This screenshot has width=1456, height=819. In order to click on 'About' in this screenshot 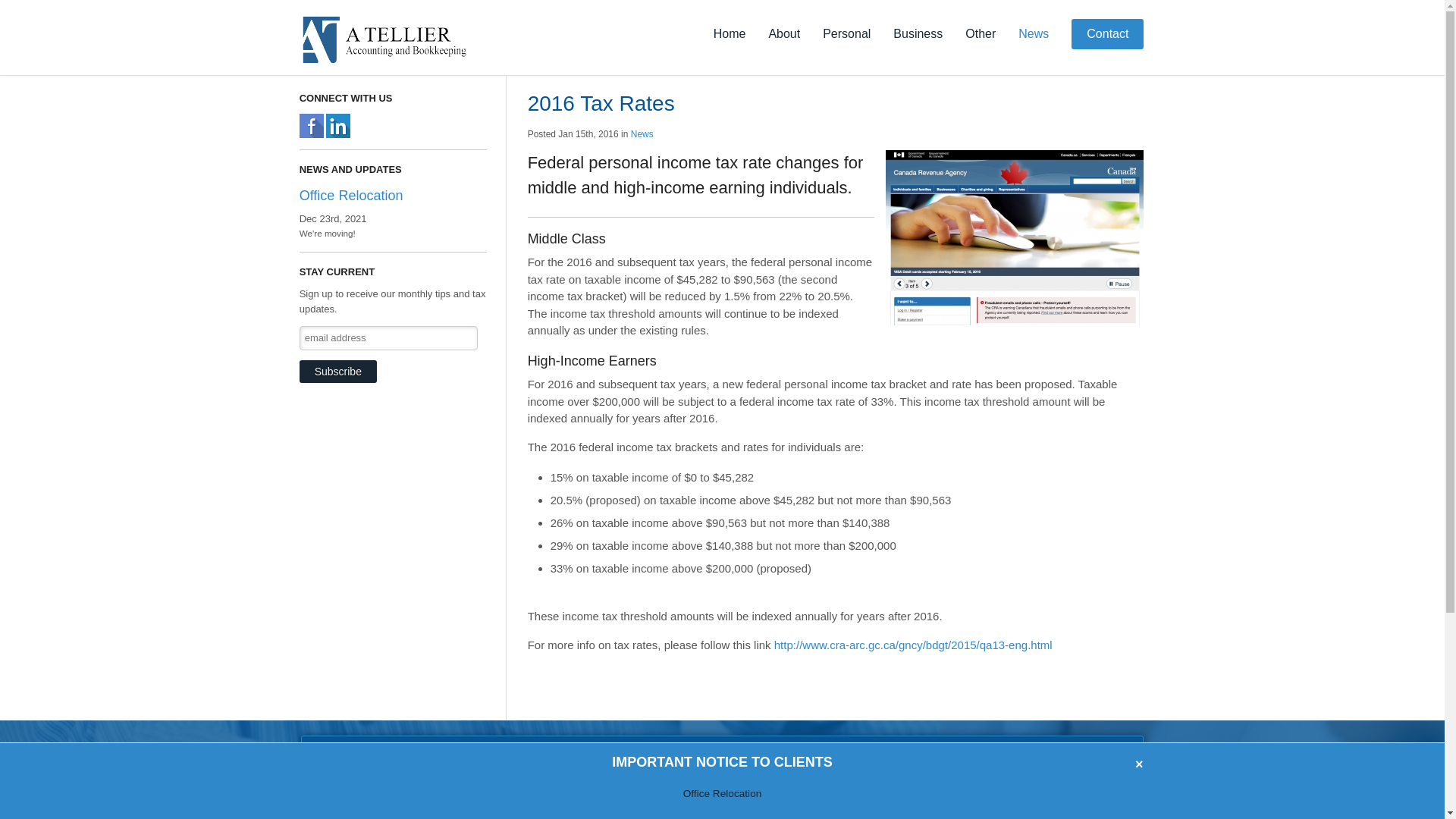, I will do `click(783, 34)`.